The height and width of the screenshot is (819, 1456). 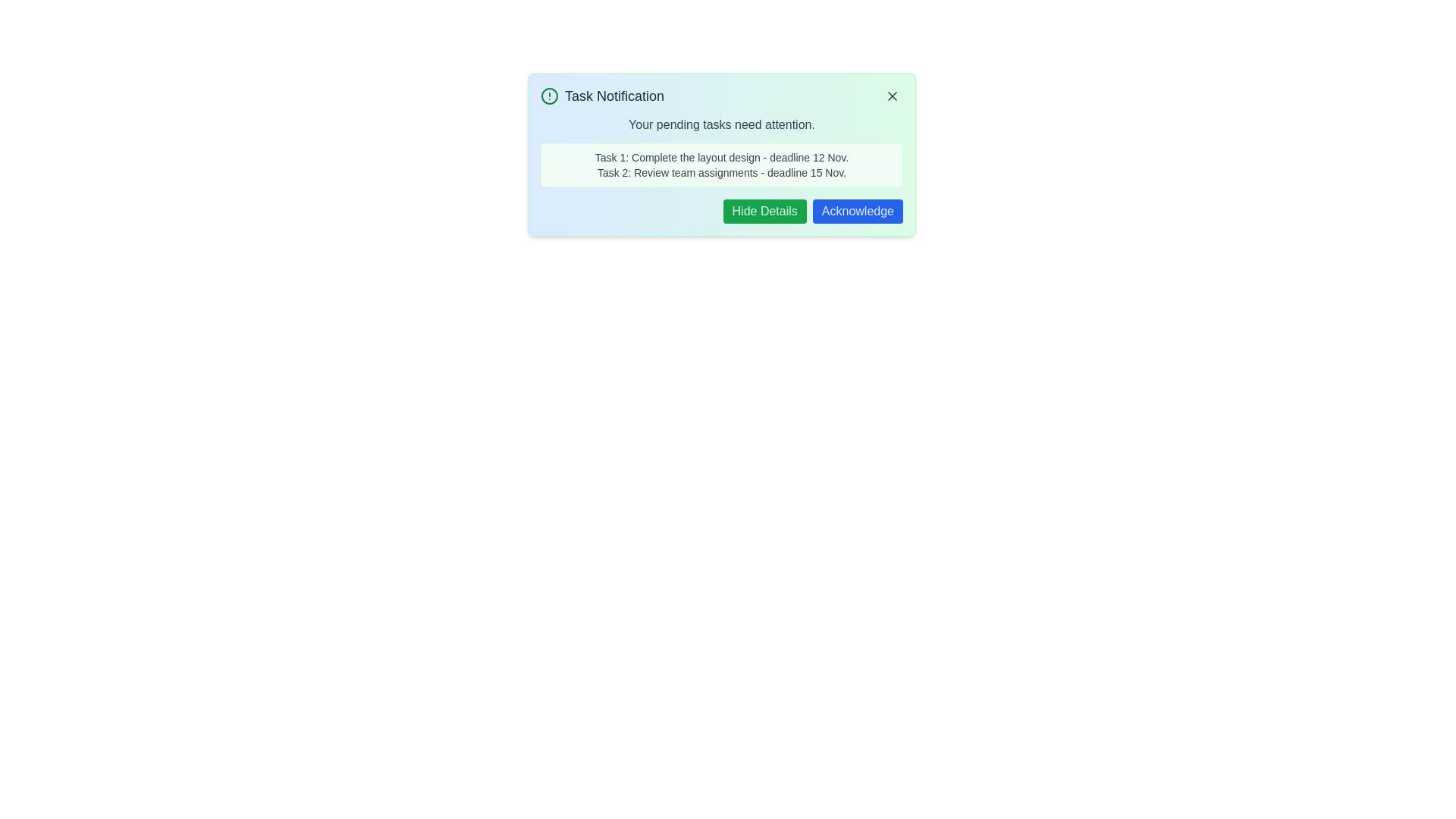 I want to click on the 'X' button to close the notification, so click(x=892, y=96).